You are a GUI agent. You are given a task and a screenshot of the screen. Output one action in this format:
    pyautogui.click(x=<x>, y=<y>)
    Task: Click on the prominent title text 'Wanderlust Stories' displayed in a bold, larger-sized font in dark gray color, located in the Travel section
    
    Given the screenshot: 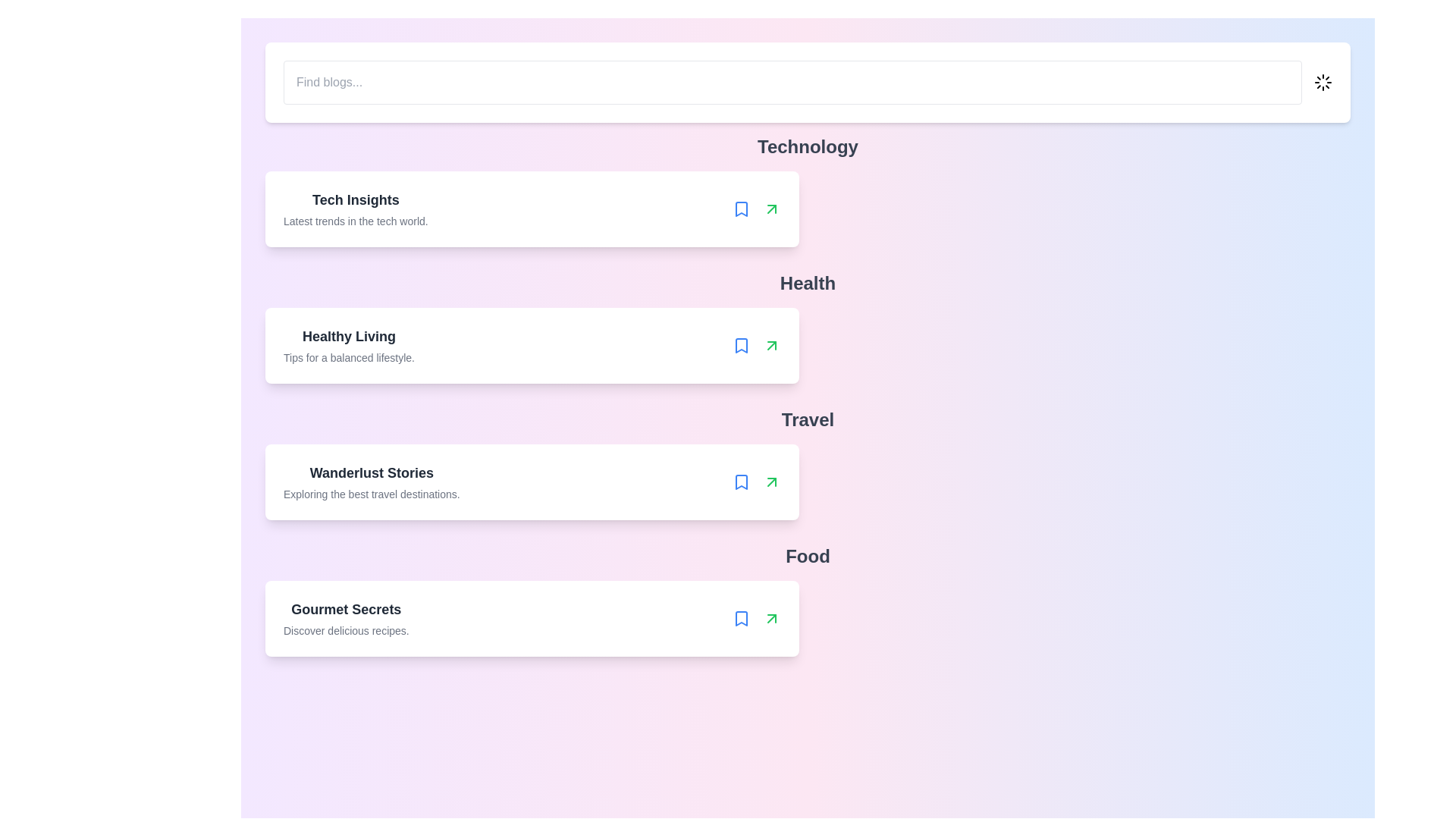 What is the action you would take?
    pyautogui.click(x=372, y=472)
    